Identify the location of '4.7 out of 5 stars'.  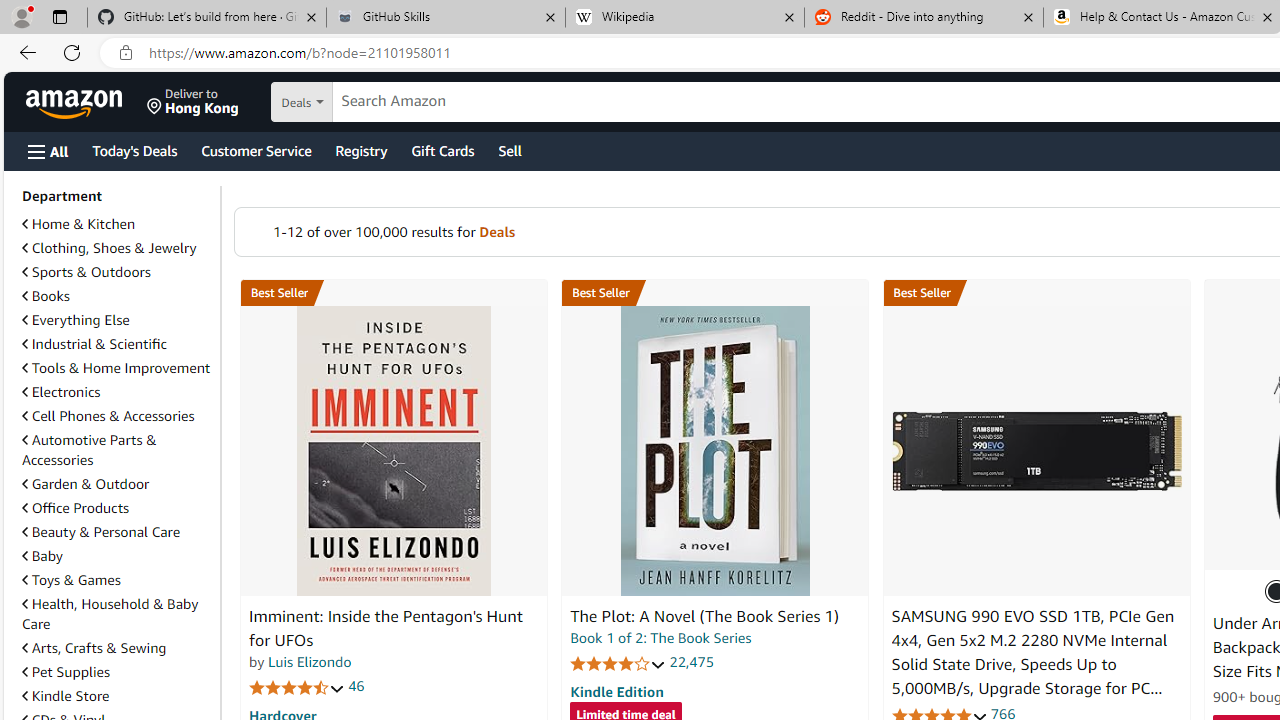
(296, 686).